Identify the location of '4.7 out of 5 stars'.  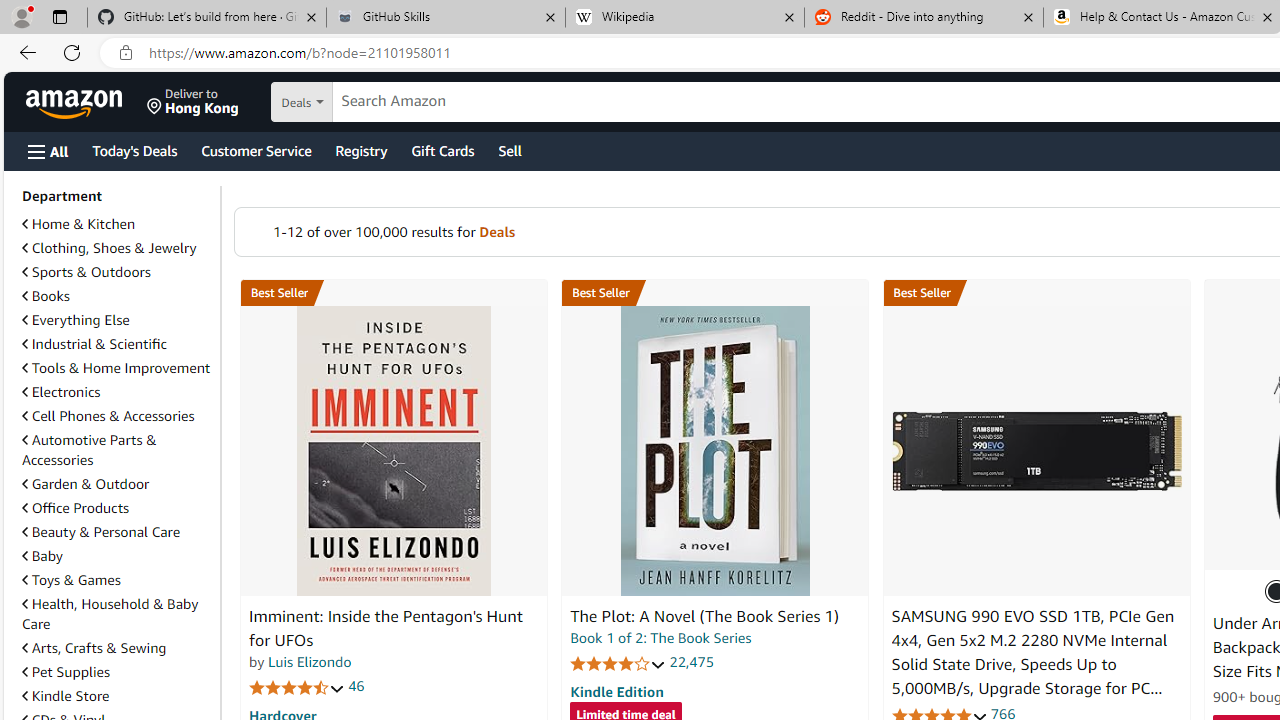
(296, 686).